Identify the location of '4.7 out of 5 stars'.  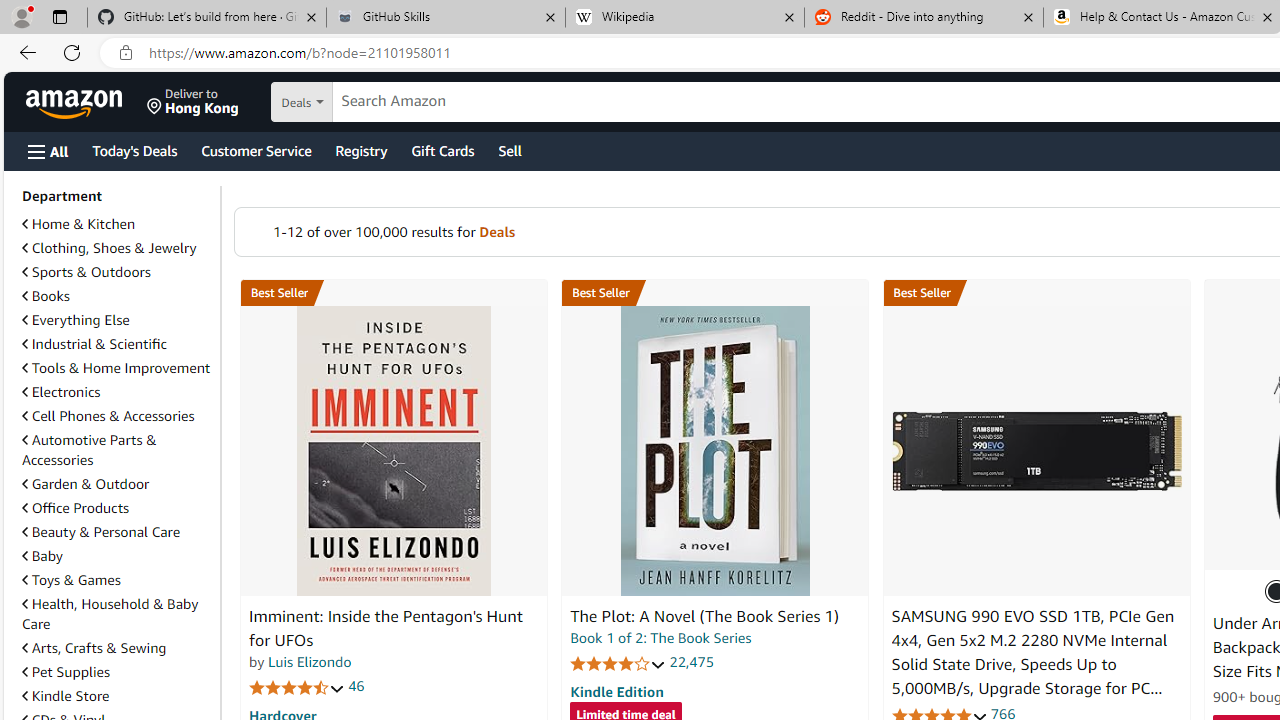
(296, 686).